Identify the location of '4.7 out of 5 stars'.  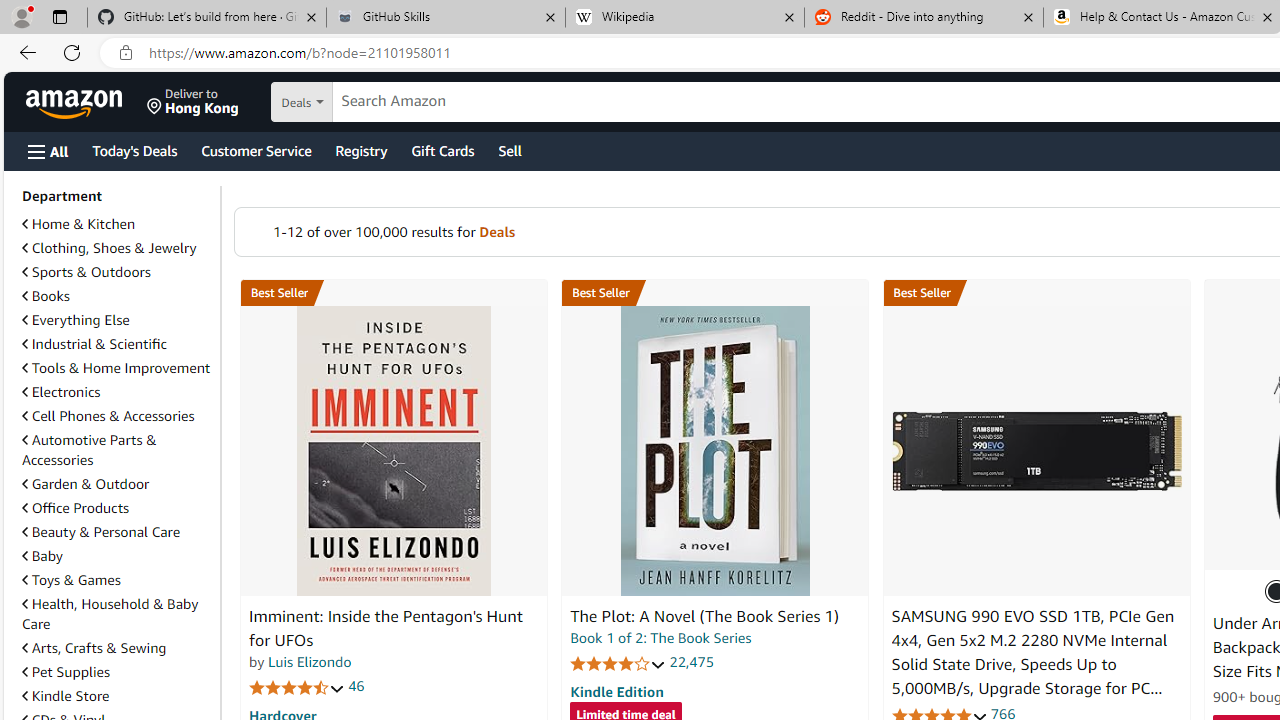
(296, 686).